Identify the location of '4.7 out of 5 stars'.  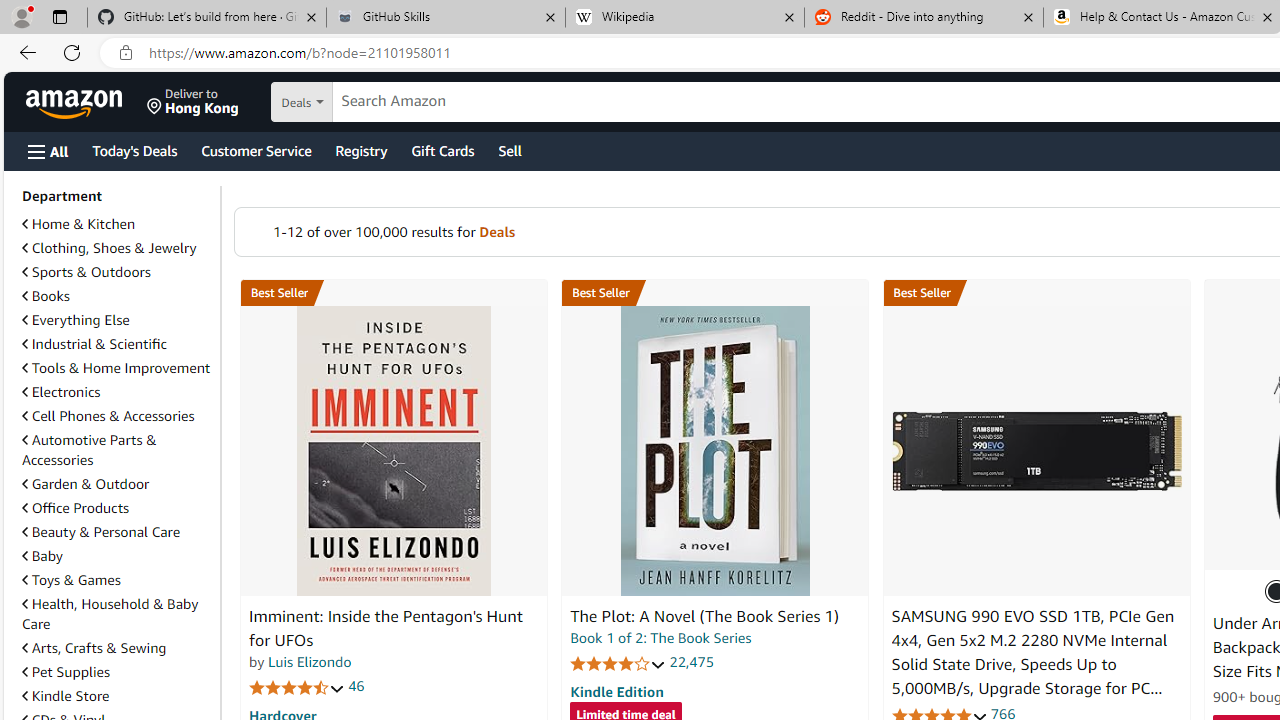
(296, 686).